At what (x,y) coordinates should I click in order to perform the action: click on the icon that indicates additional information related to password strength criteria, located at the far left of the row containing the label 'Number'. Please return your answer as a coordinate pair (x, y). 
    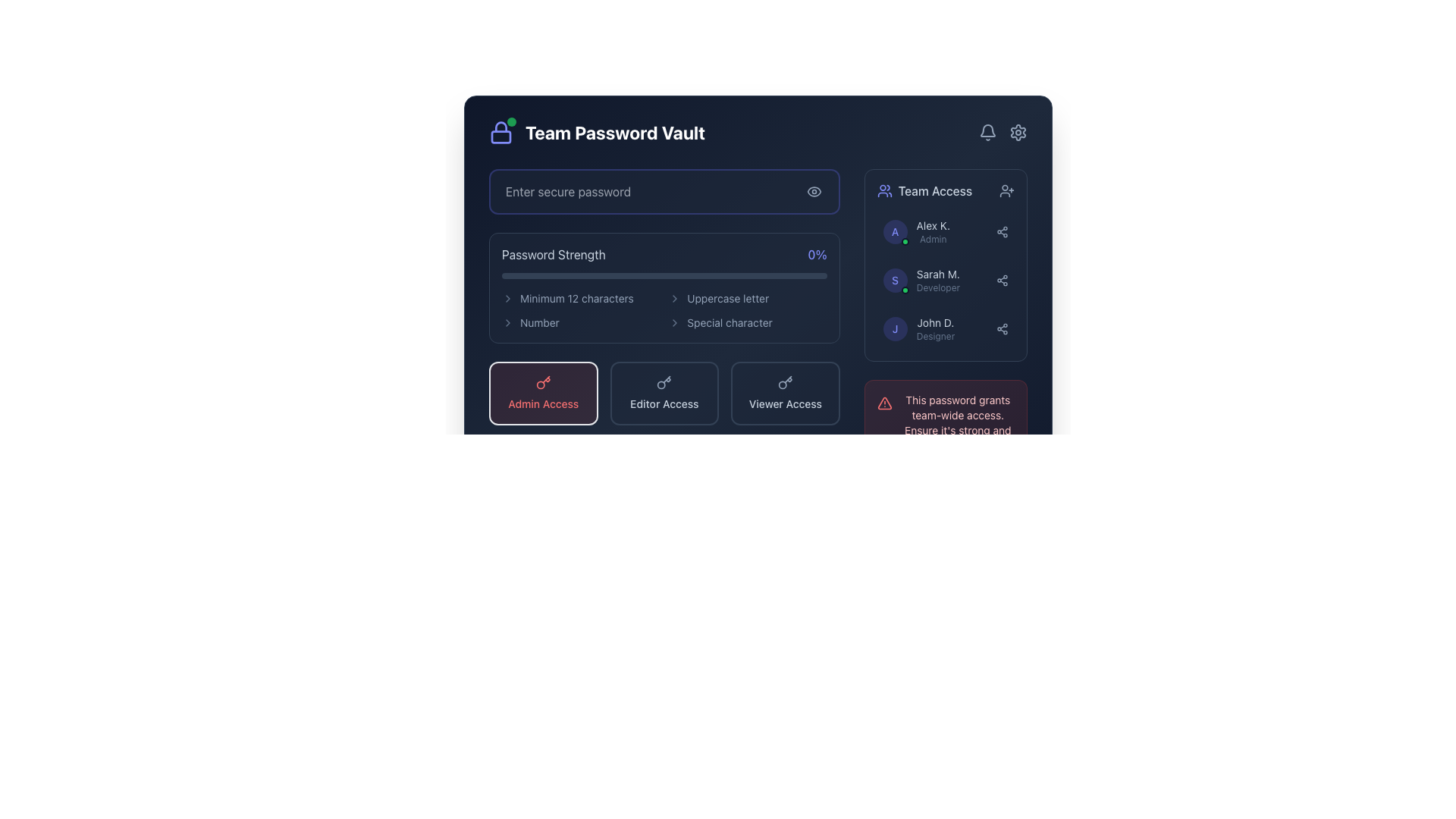
    Looking at the image, I should click on (508, 322).